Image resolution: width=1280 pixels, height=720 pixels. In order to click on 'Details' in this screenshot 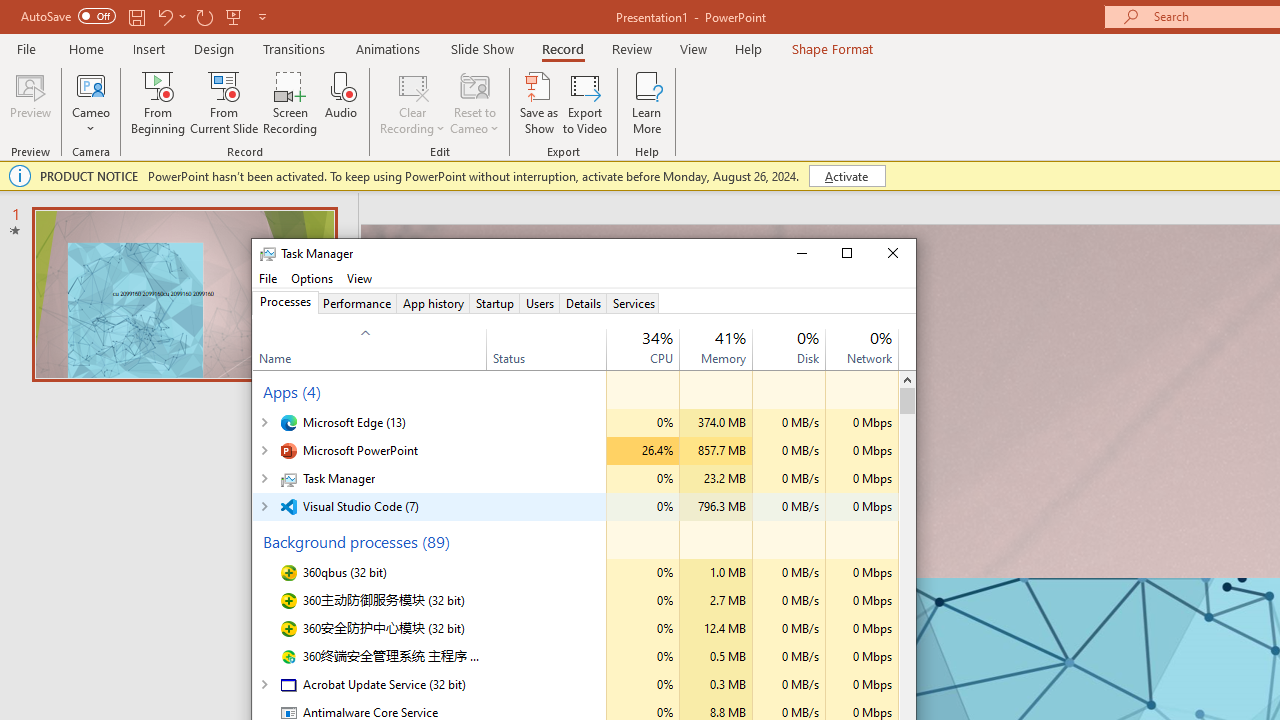, I will do `click(582, 303)`.